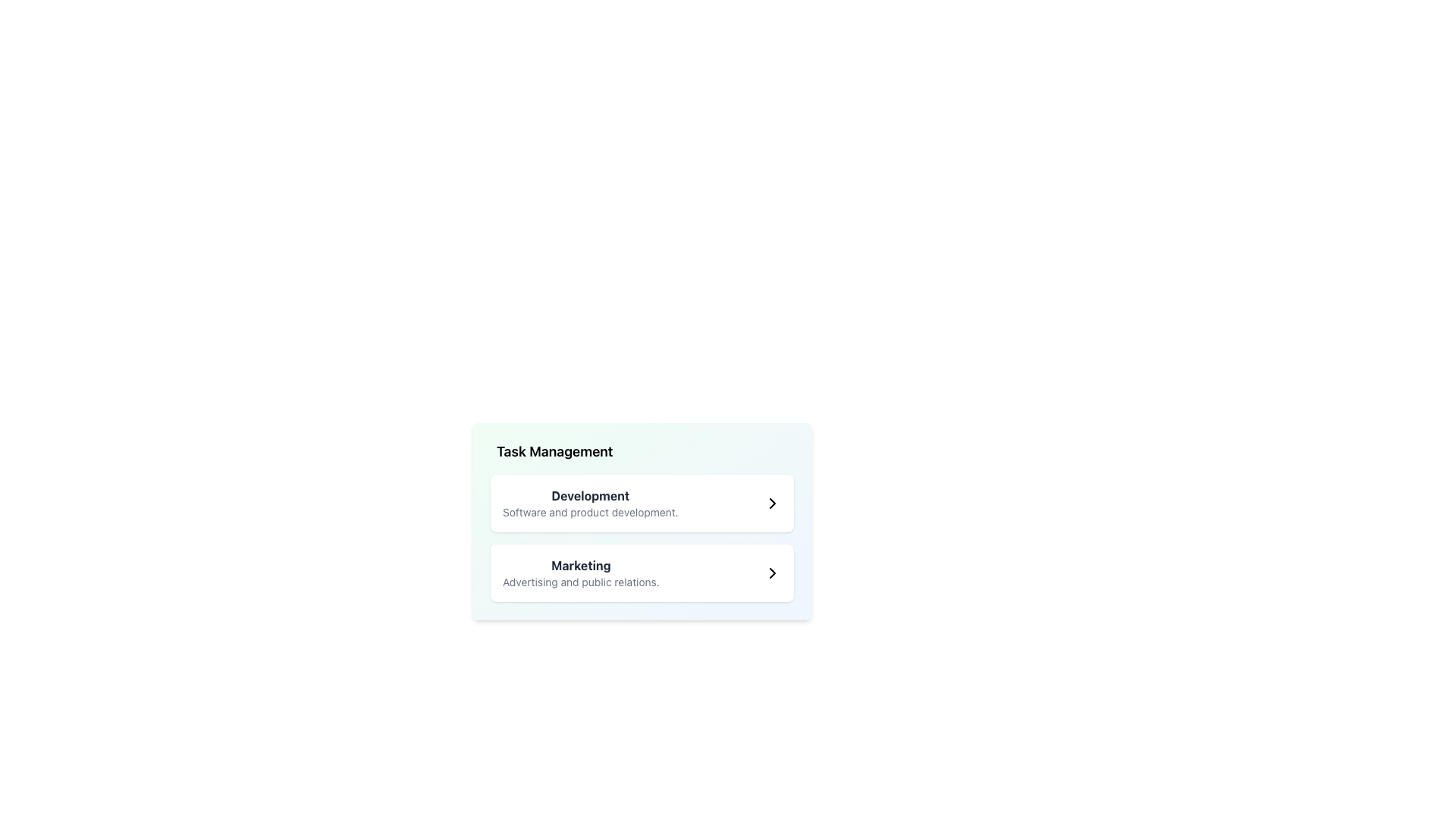  I want to click on the 'Marketing' card, which is the second card in the vertical list under 'Task Management', so click(642, 573).